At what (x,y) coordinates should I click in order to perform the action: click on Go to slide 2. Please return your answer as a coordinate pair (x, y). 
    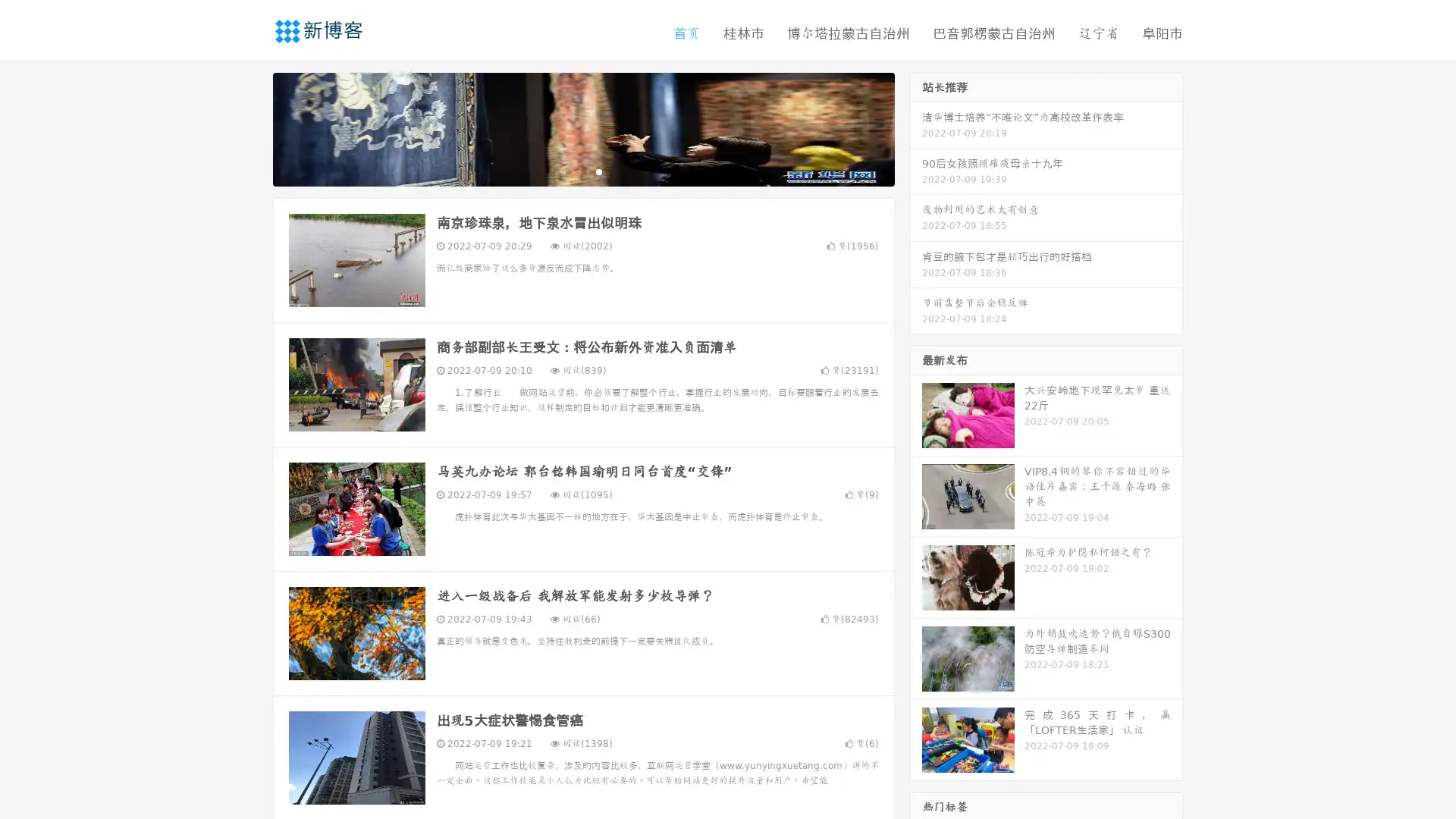
    Looking at the image, I should click on (582, 171).